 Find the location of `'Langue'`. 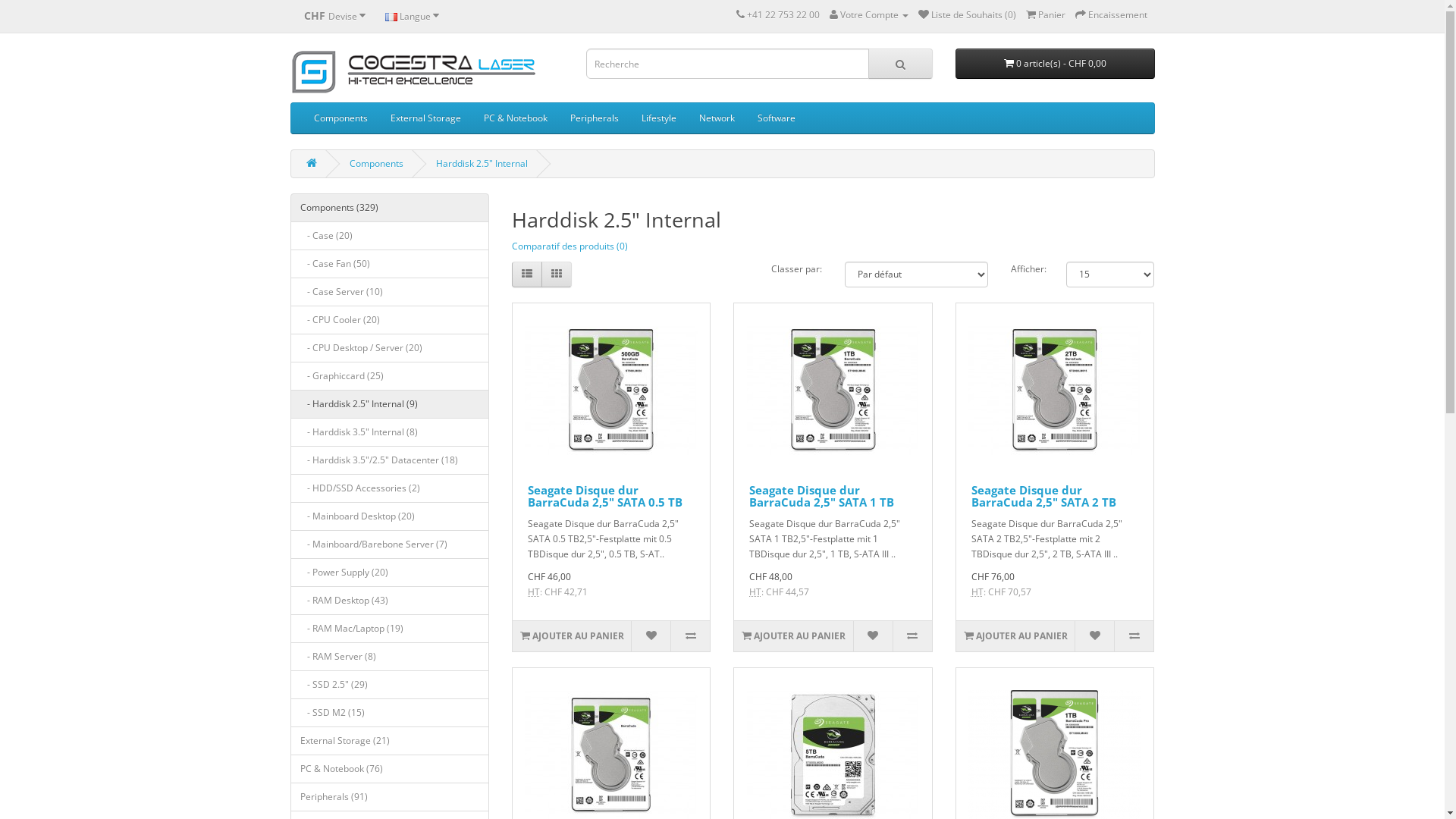

'Langue' is located at coordinates (411, 15).